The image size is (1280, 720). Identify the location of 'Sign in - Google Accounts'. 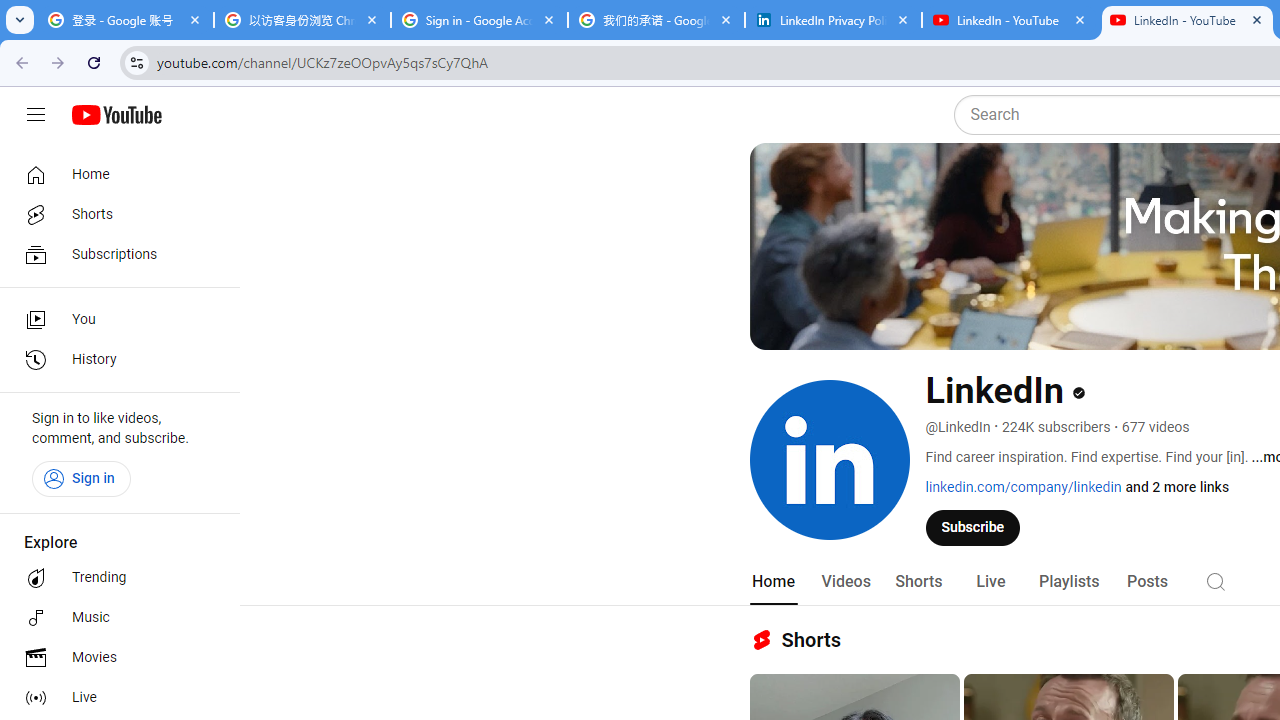
(478, 20).